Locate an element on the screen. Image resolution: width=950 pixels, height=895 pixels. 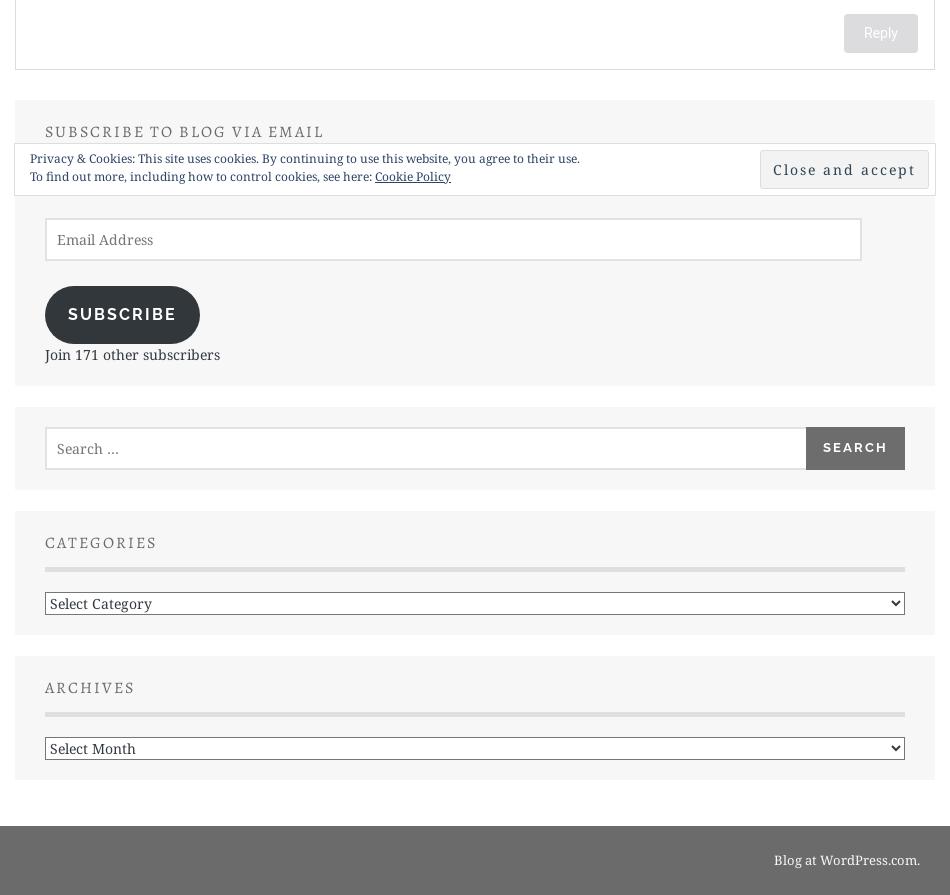
'To find out more, including how to control cookies, see here:' is located at coordinates (202, 176).